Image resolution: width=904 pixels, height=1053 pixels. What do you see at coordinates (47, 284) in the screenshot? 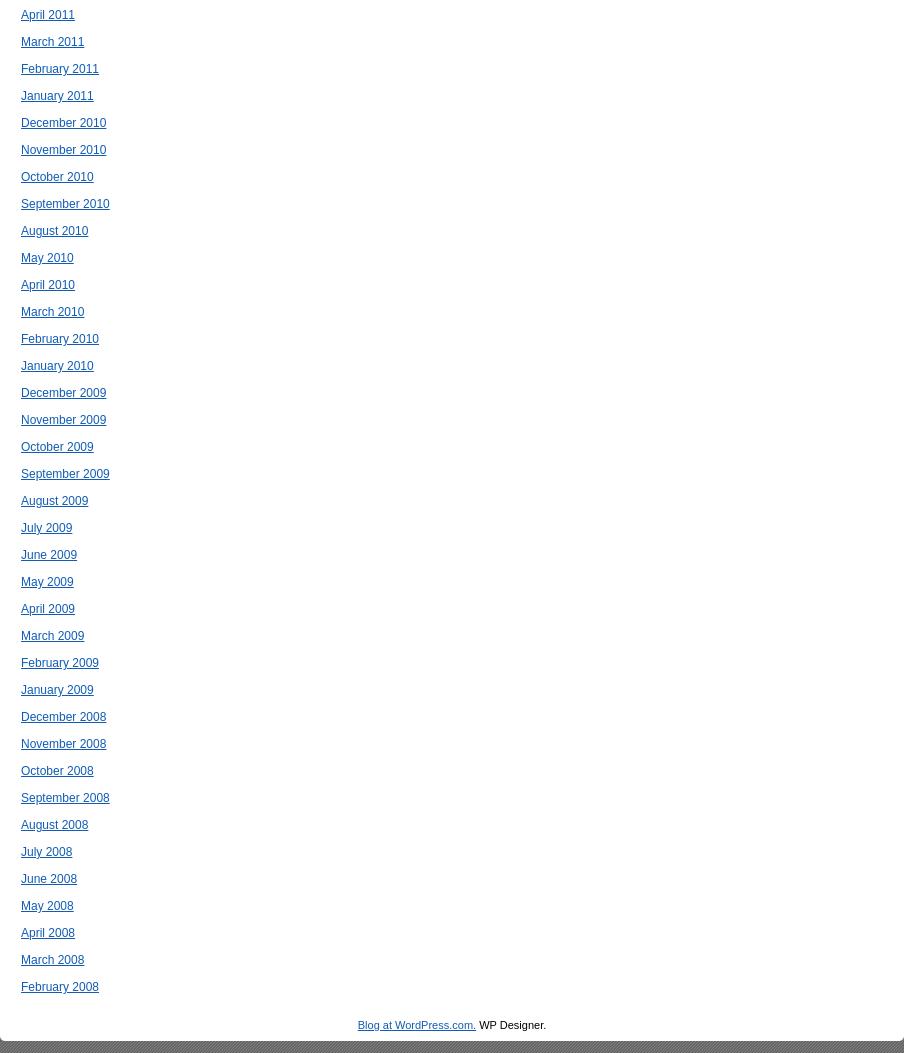
I see `'April 2010'` at bounding box center [47, 284].